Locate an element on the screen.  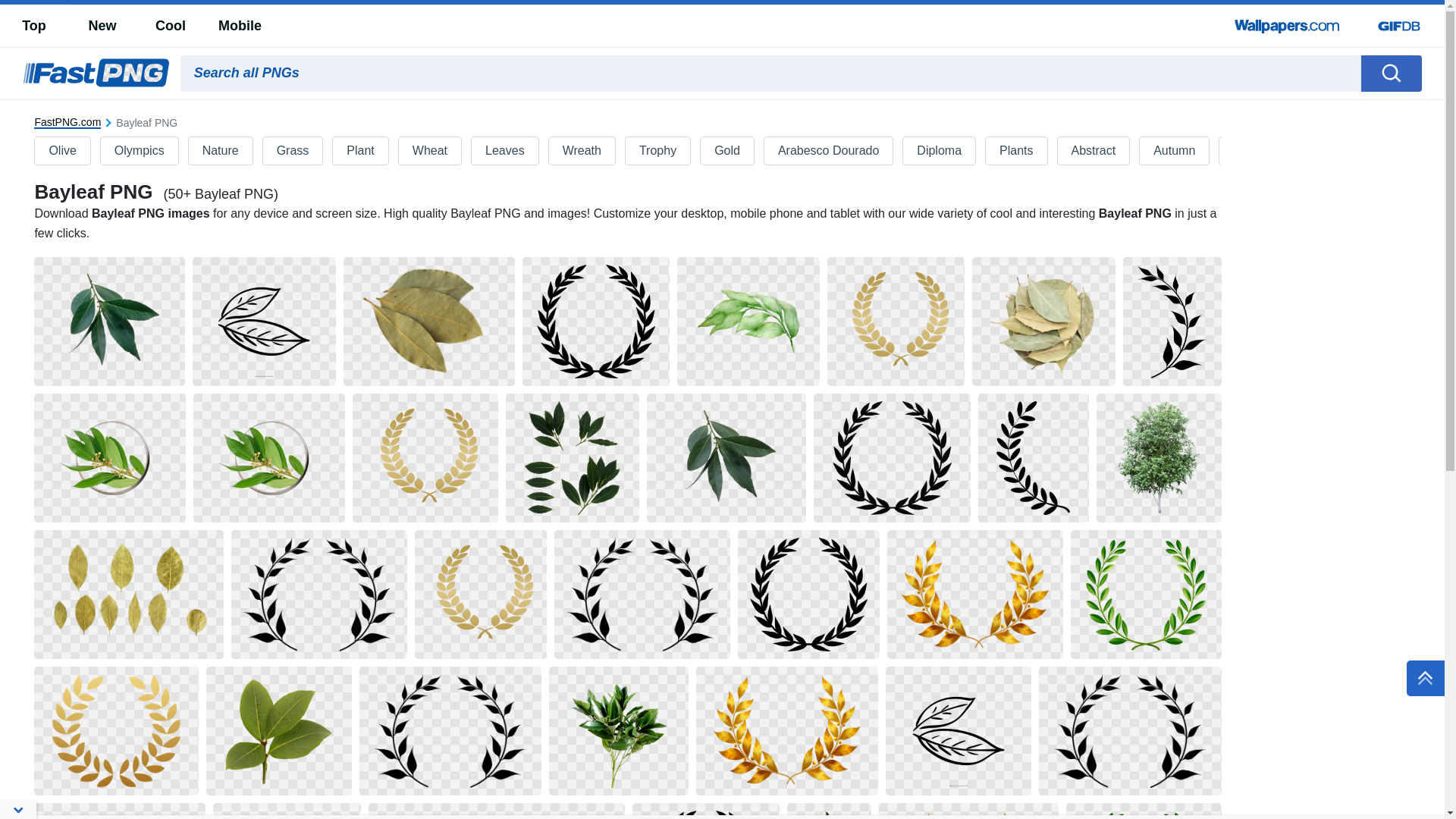
'Trophy' is located at coordinates (657, 151).